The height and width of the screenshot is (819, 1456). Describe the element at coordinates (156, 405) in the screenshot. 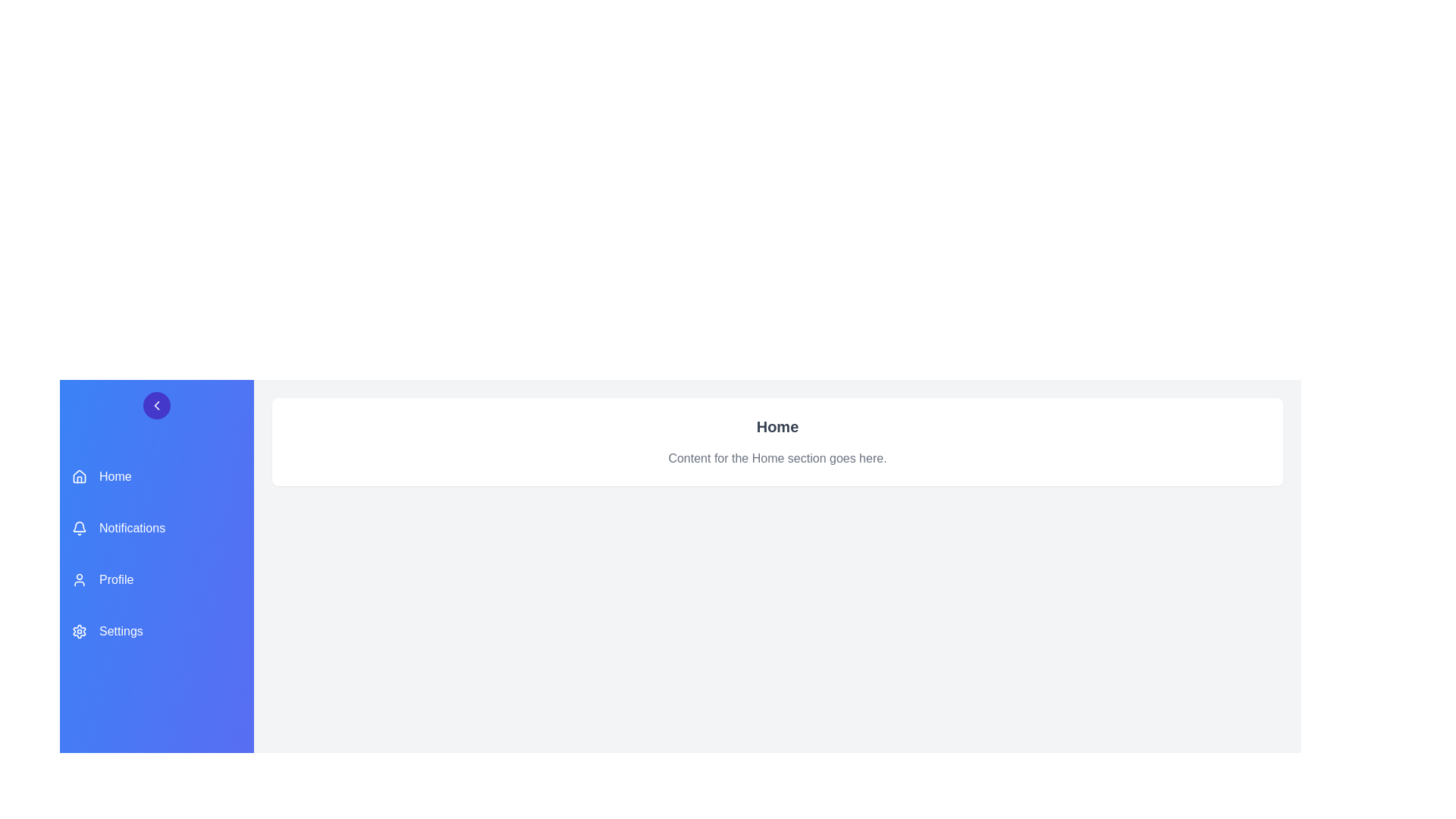

I see `the navigation button located at the top of the sidebar, which may reveal a tooltip or highlight effect` at that location.